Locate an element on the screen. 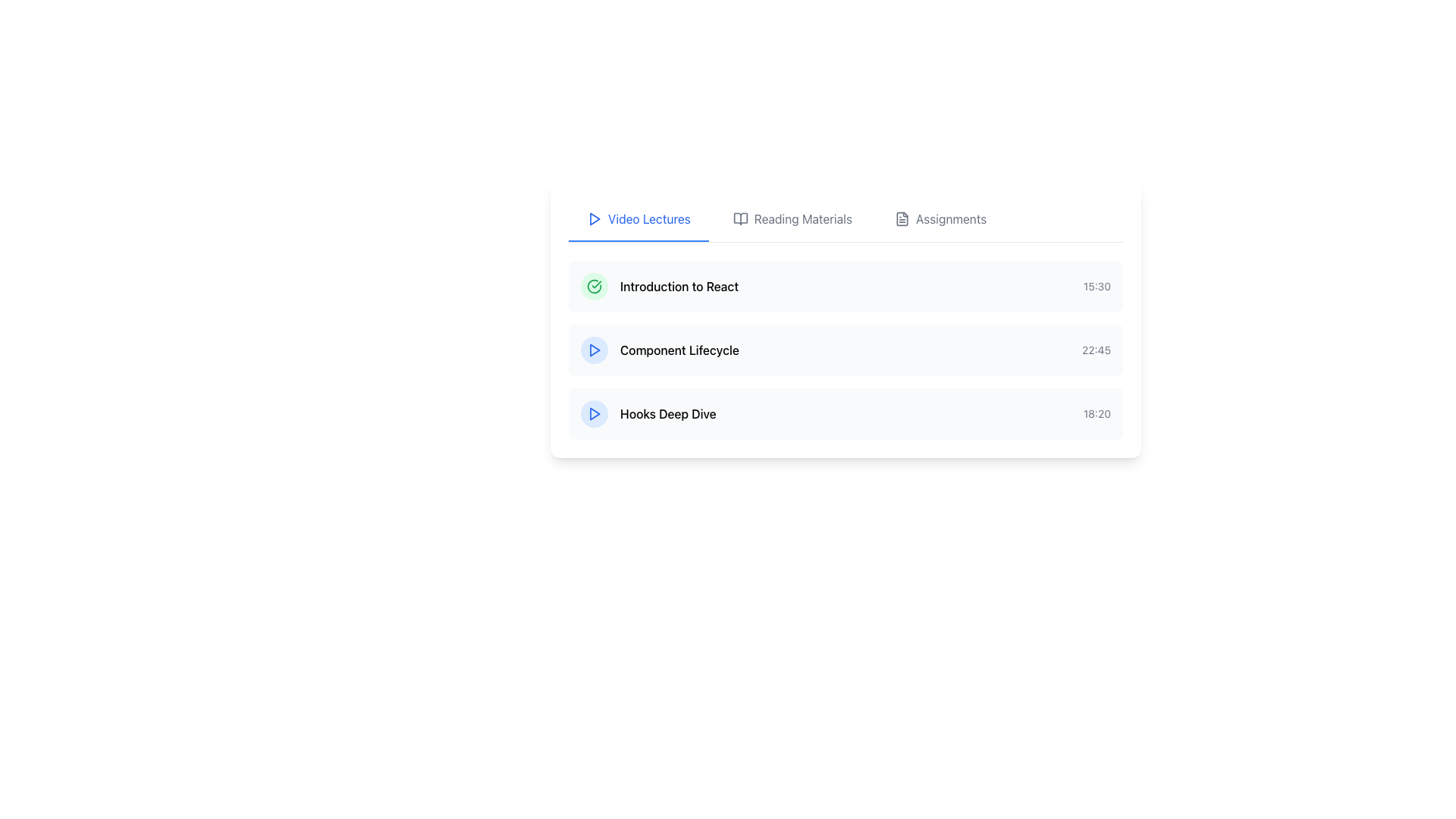  the selectable list item for the video module titled 'Component Lifecycle' is located at coordinates (845, 350).